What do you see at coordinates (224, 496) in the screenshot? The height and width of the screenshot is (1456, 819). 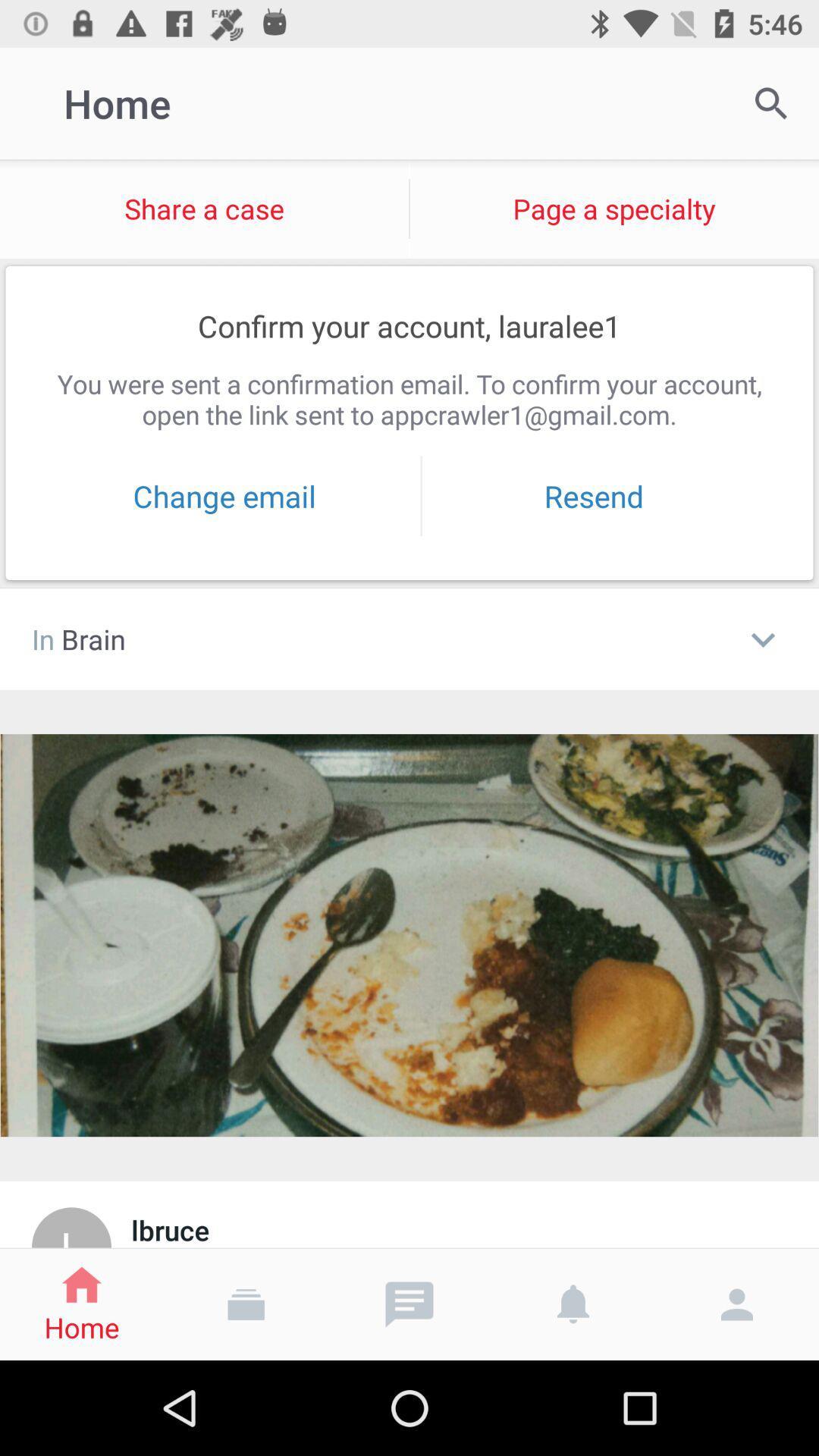 I see `the change email on the left` at bounding box center [224, 496].